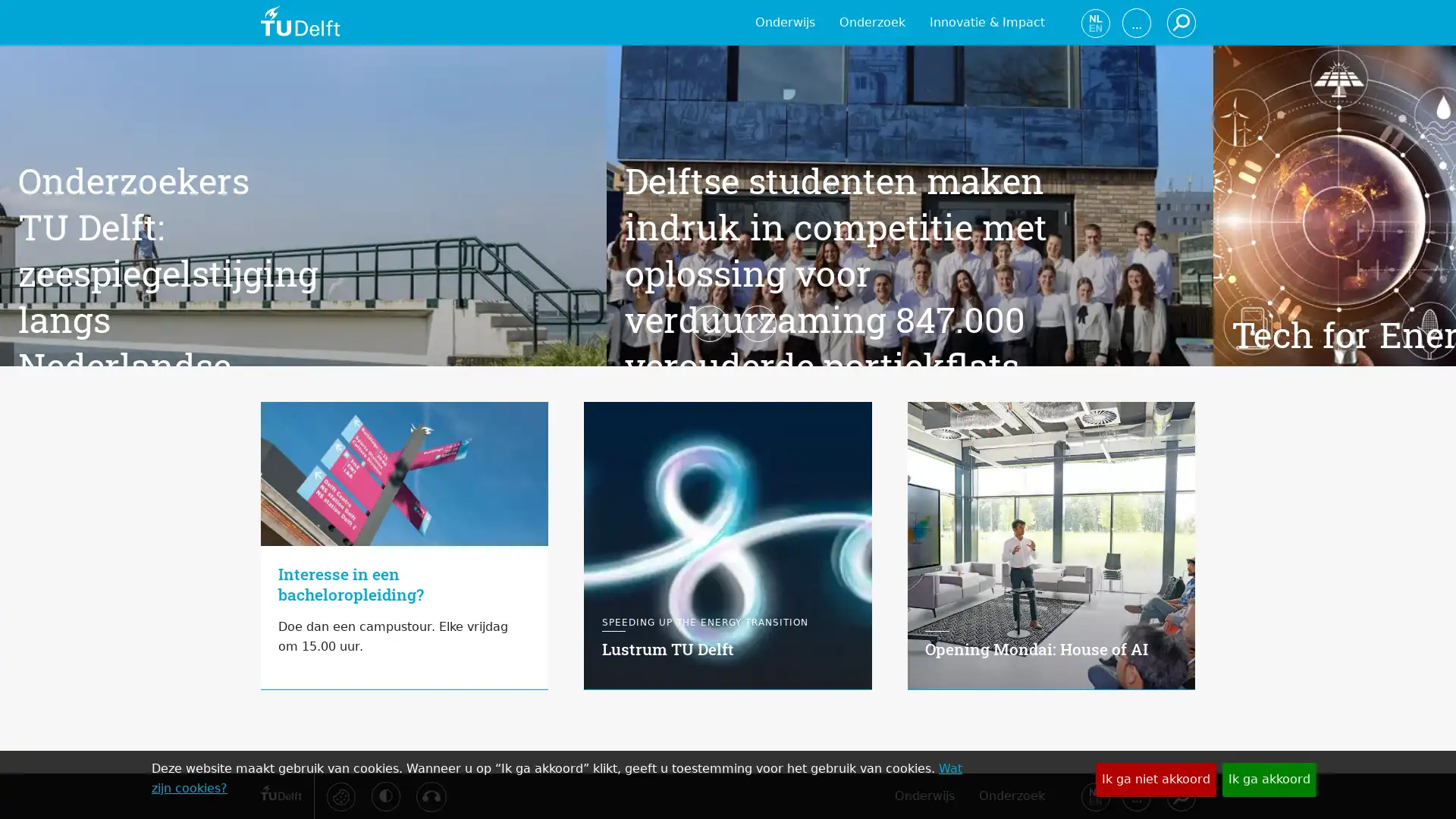 The height and width of the screenshot is (819, 1456). I want to click on Activeer hoog contrast, so click(385, 795).